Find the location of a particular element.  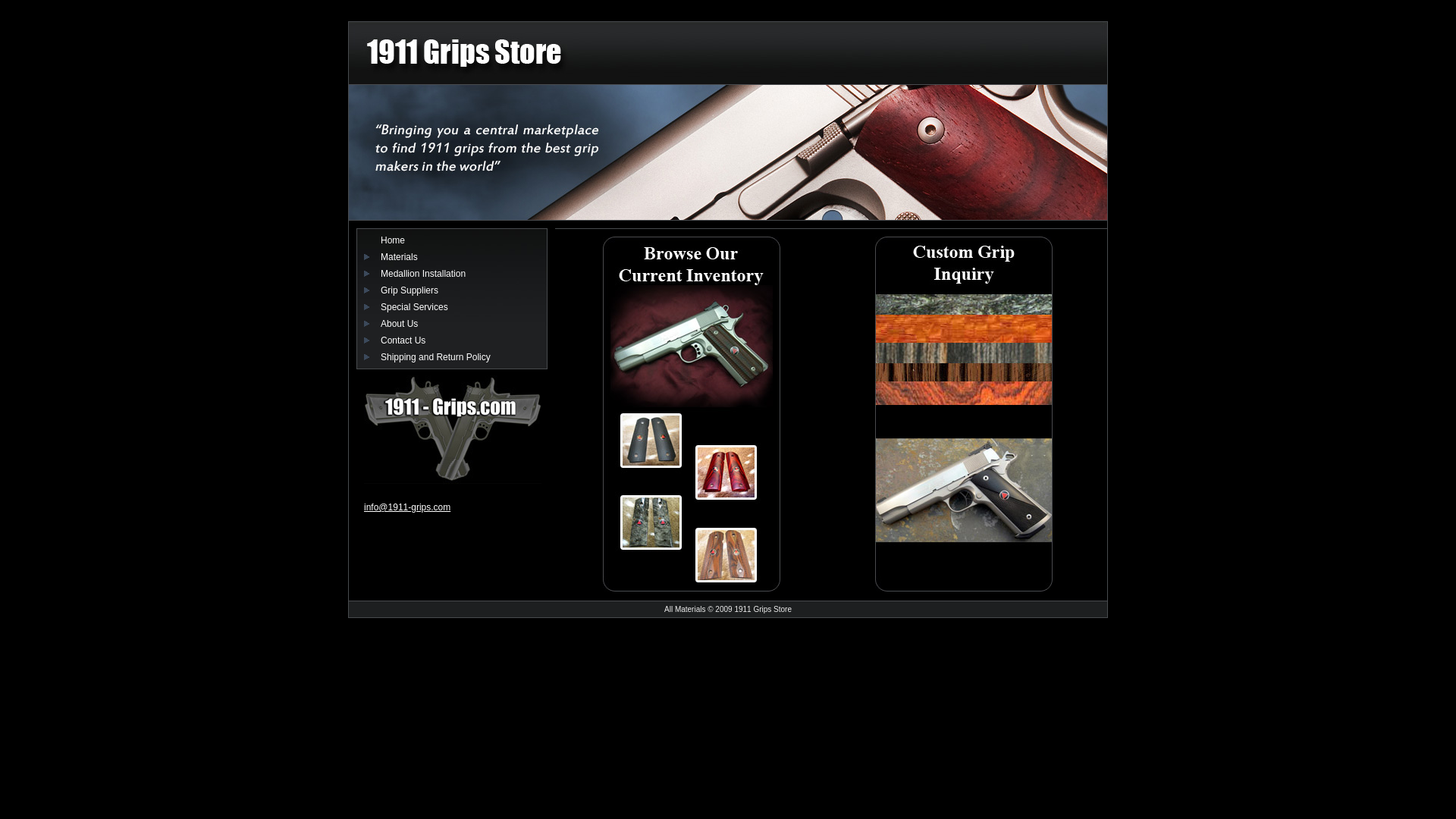

'Special Services' is located at coordinates (414, 307).